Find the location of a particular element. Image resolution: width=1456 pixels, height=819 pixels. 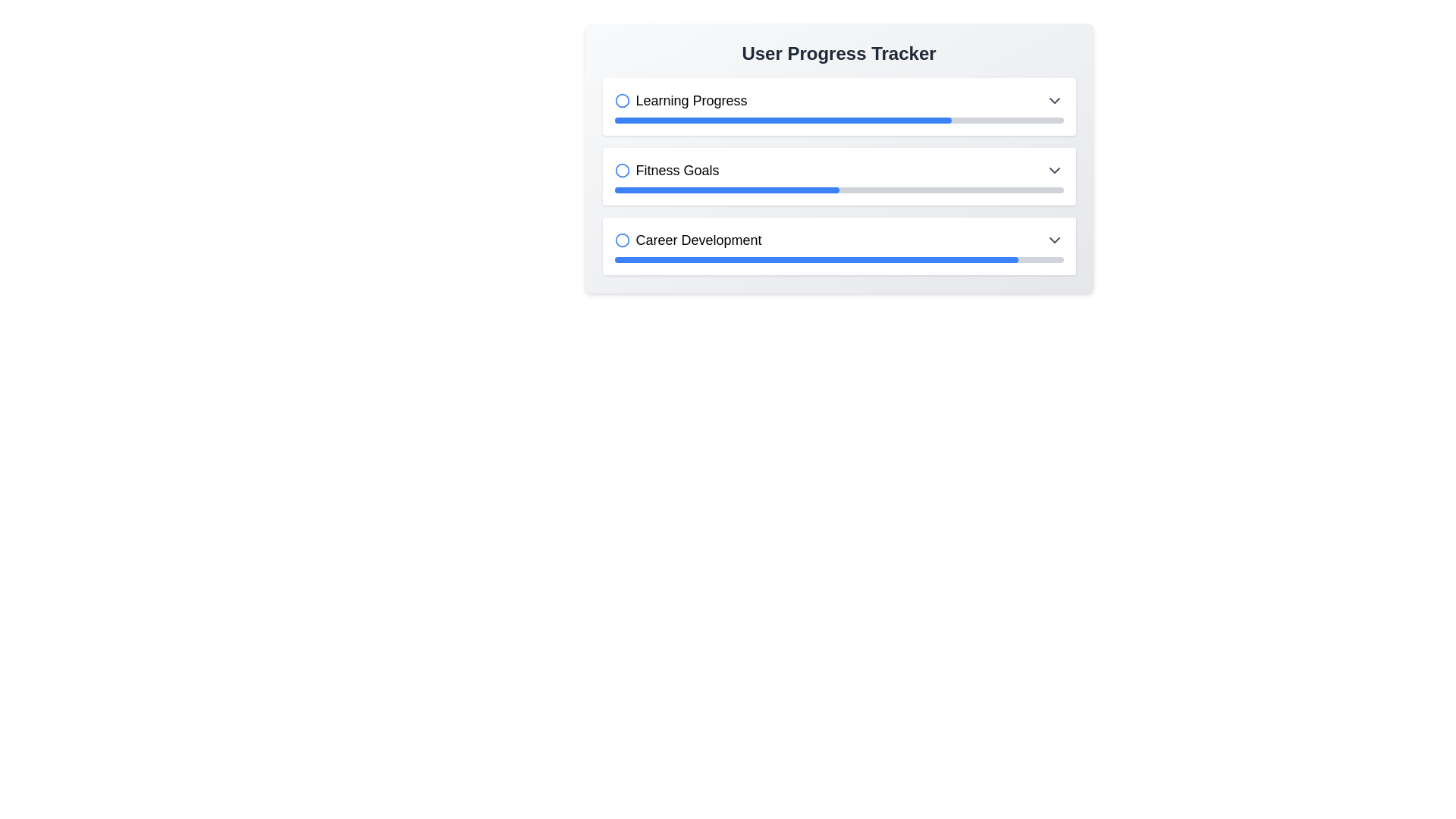

the Chevron Icon Button located to the right of the 'Career Development' text label is located at coordinates (1053, 239).